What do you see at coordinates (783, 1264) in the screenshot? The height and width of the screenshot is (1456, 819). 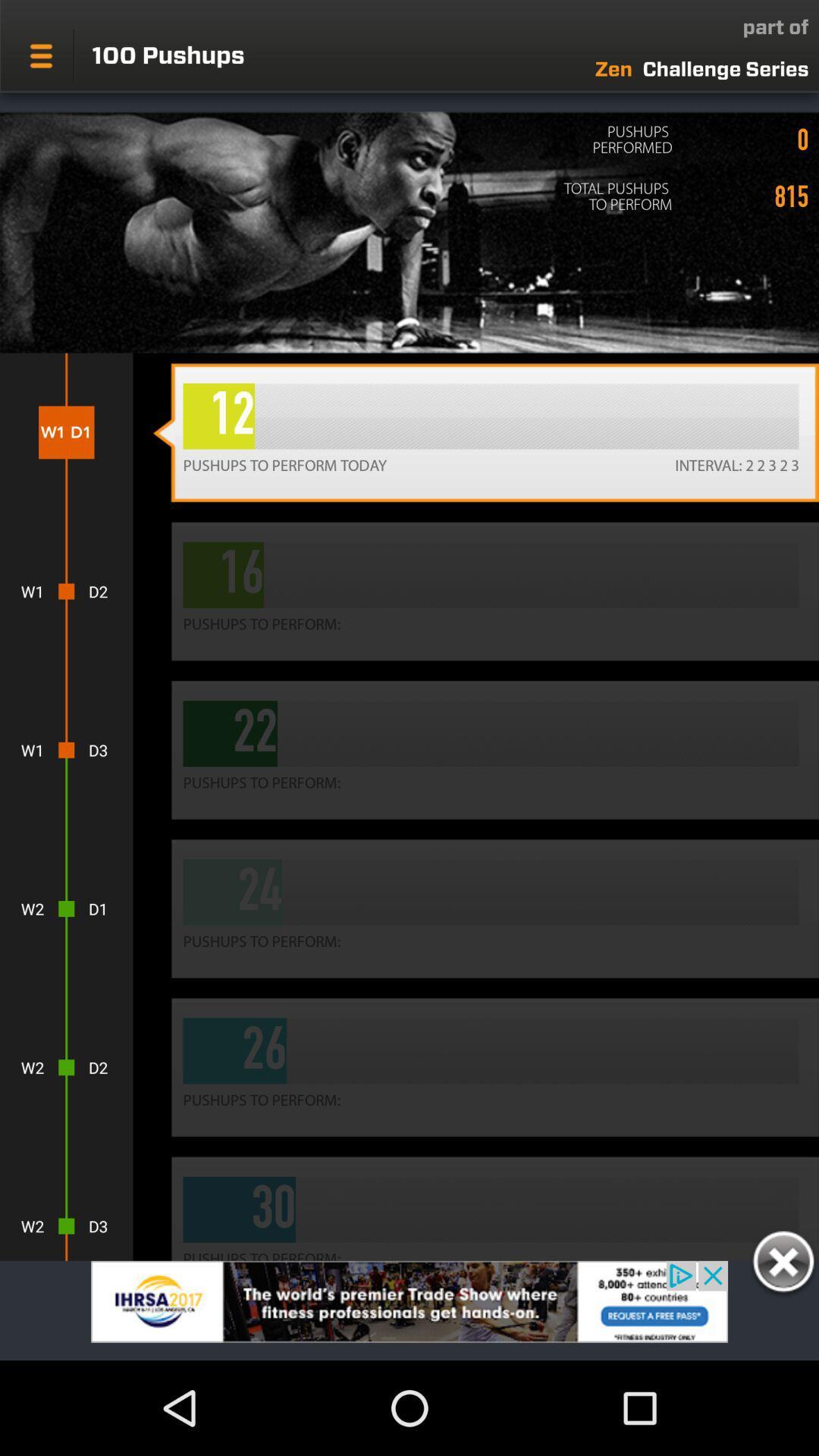 I see `close` at bounding box center [783, 1264].